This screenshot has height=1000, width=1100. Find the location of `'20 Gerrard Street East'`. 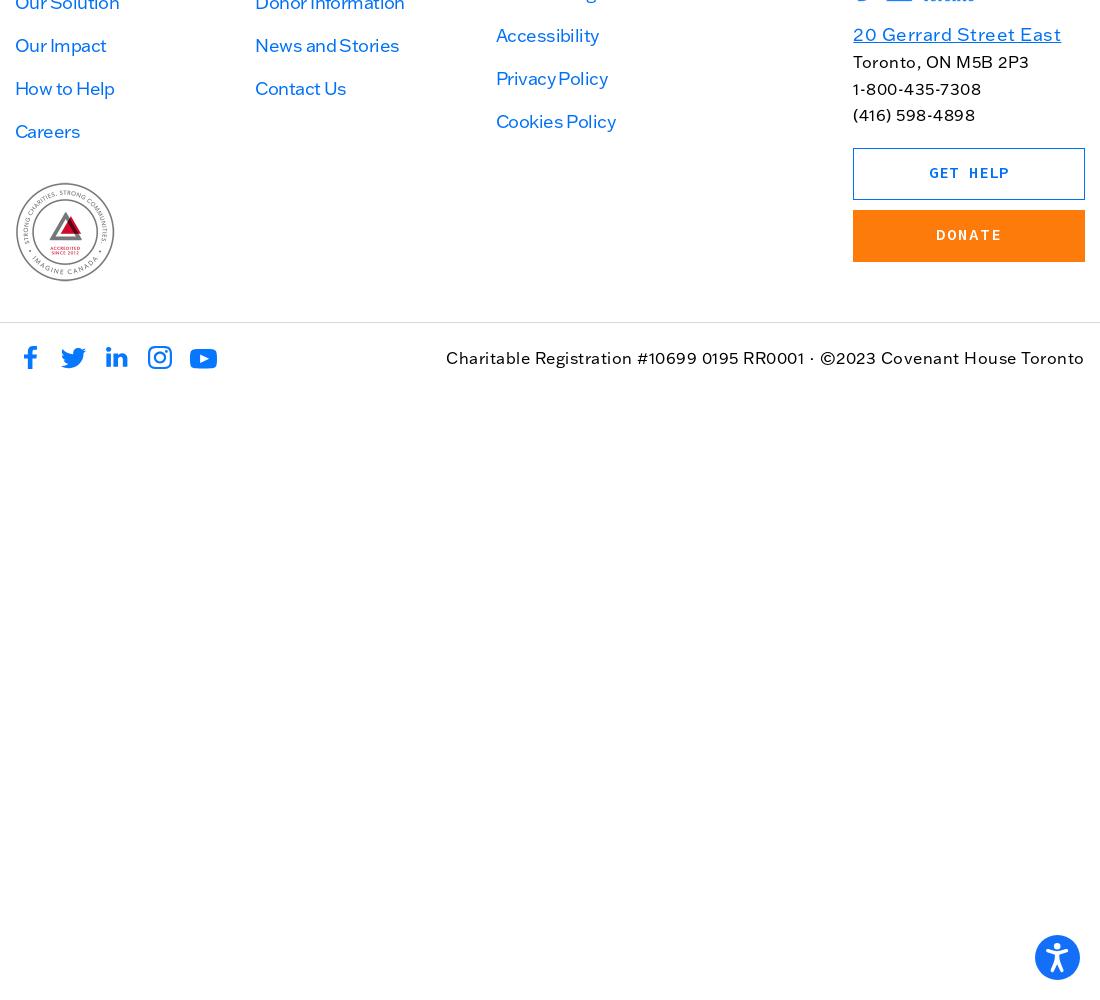

'20 Gerrard Street East' is located at coordinates (957, 33).